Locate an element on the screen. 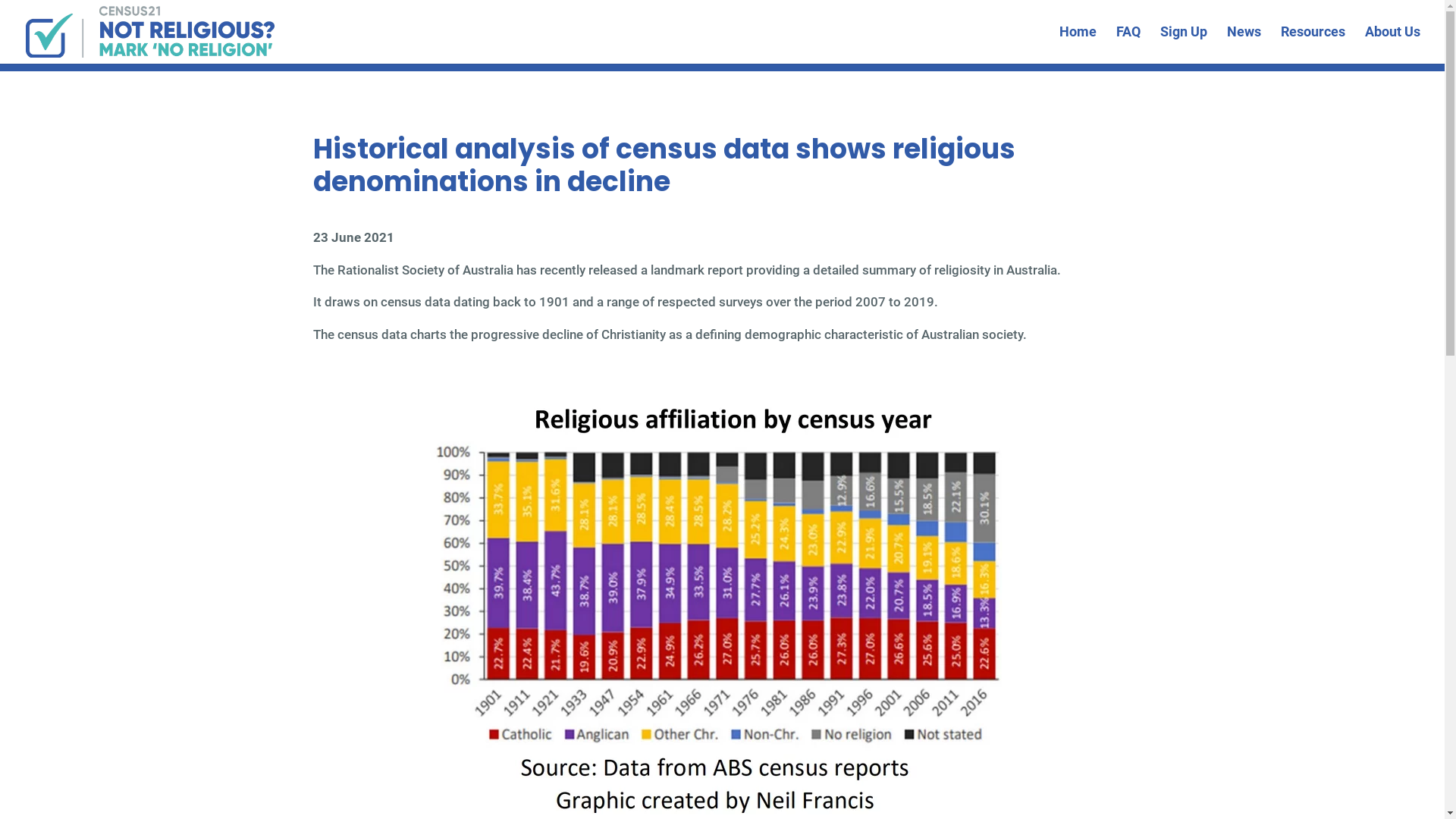 Image resolution: width=1456 pixels, height=819 pixels. 'Resources' is located at coordinates (1312, 44).